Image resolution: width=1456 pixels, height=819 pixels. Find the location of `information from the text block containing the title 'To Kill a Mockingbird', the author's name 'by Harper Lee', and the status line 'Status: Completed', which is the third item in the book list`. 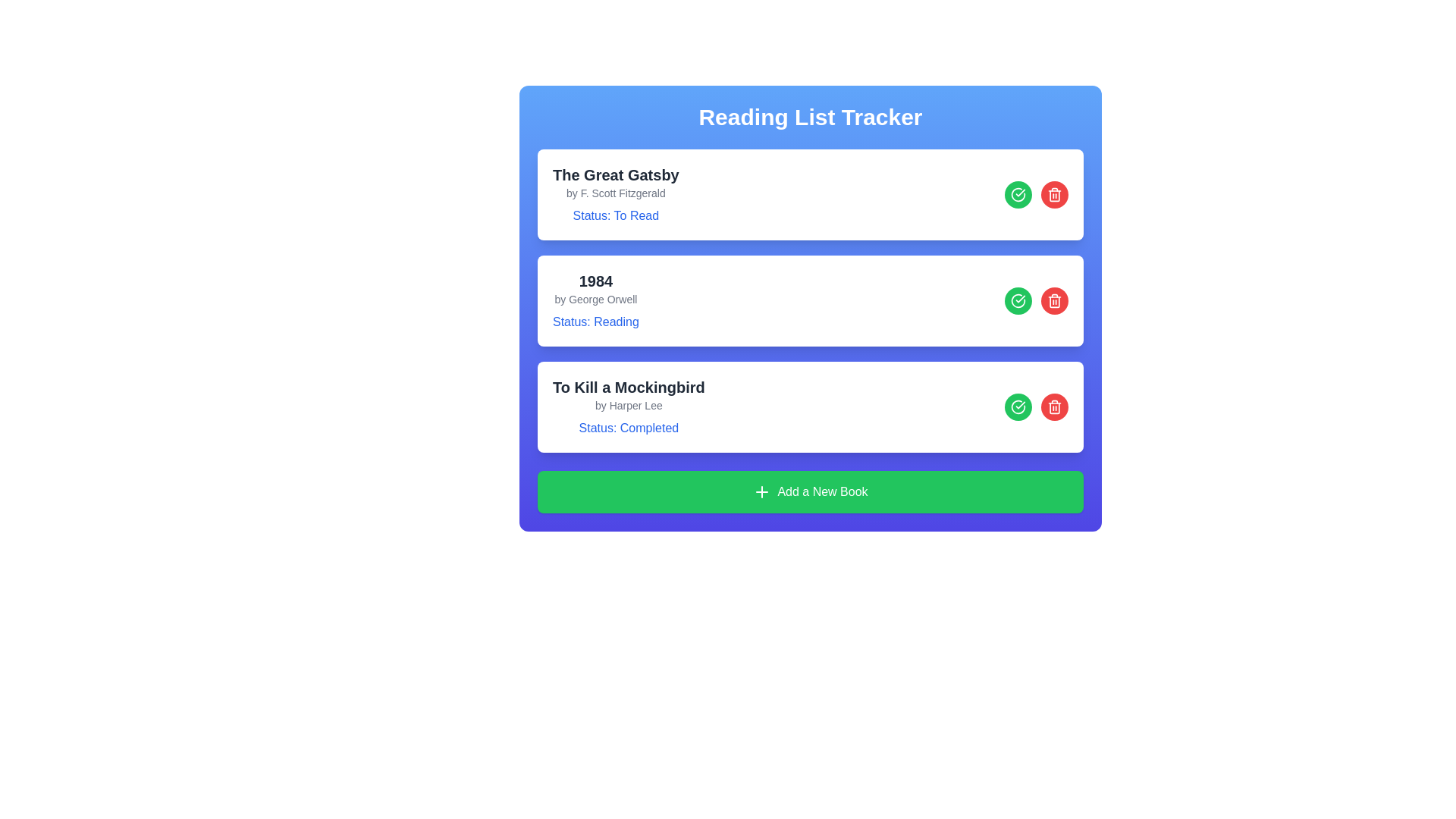

information from the text block containing the title 'To Kill a Mockingbird', the author's name 'by Harper Lee', and the status line 'Status: Completed', which is the third item in the book list is located at coordinates (629, 406).